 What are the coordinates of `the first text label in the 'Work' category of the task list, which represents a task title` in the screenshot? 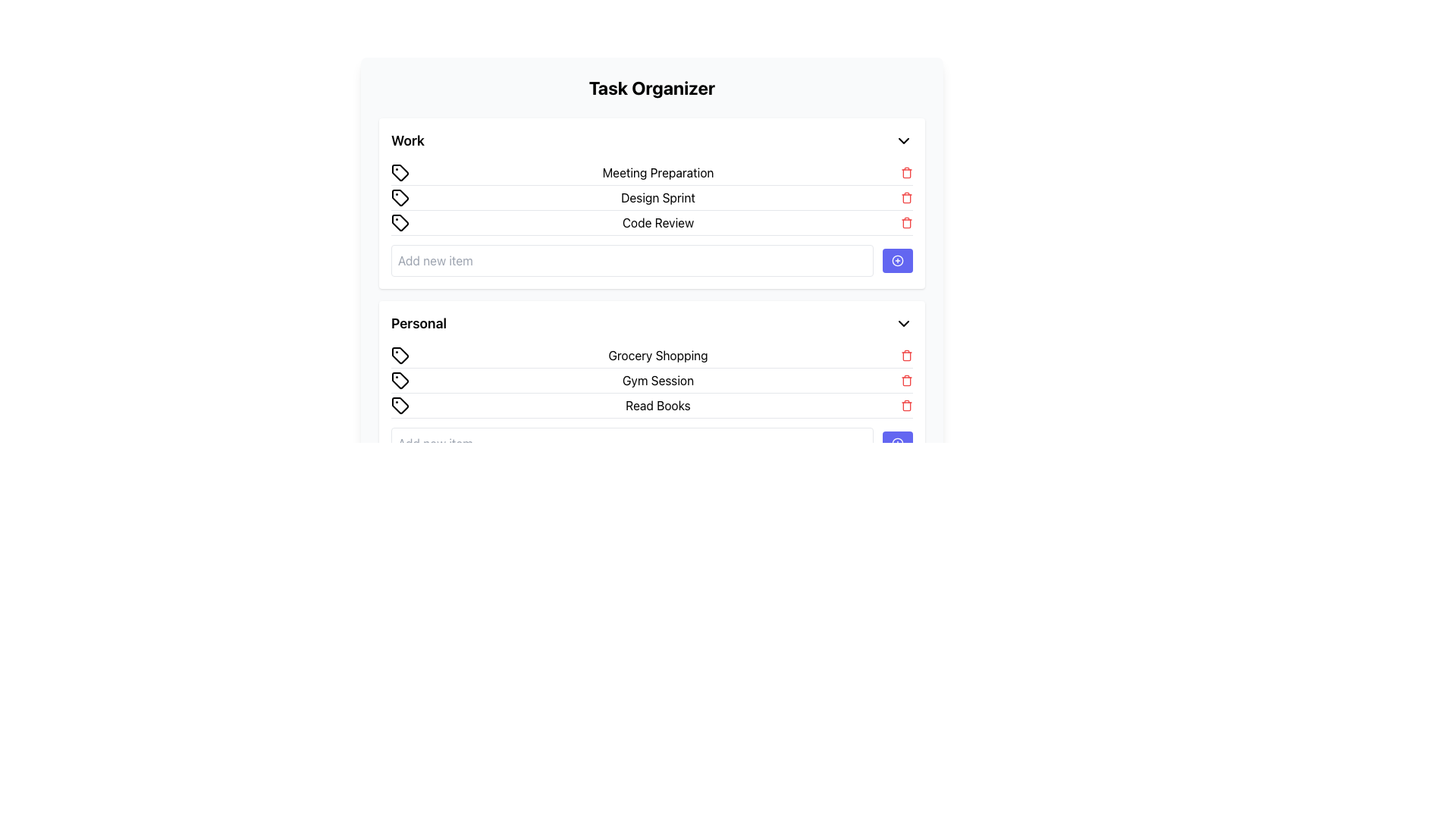 It's located at (658, 171).